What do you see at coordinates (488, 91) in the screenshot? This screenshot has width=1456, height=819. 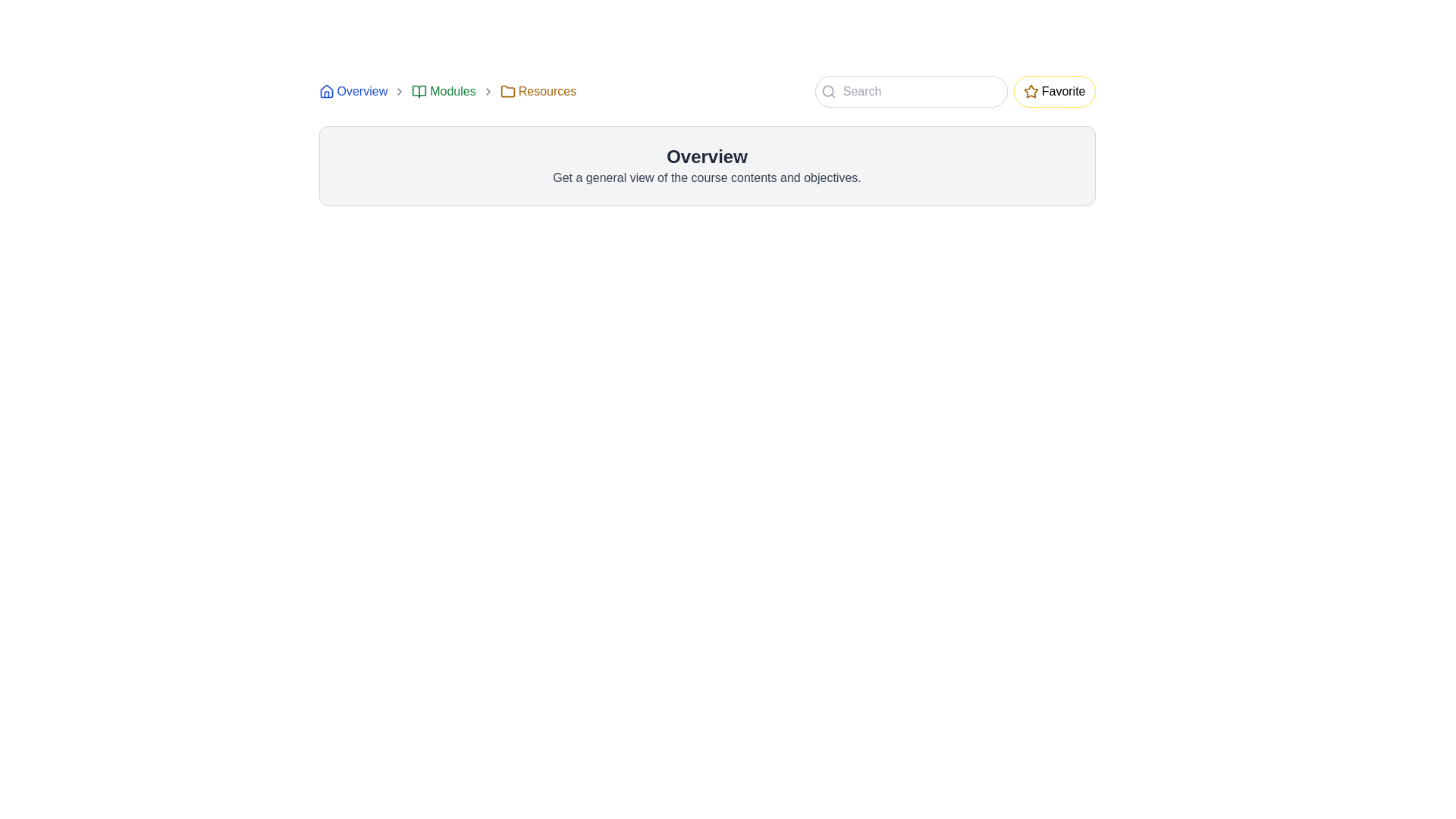 I see `the small gray chevron icon positioned between the 'Modules' and 'Resources' text elements` at bounding box center [488, 91].